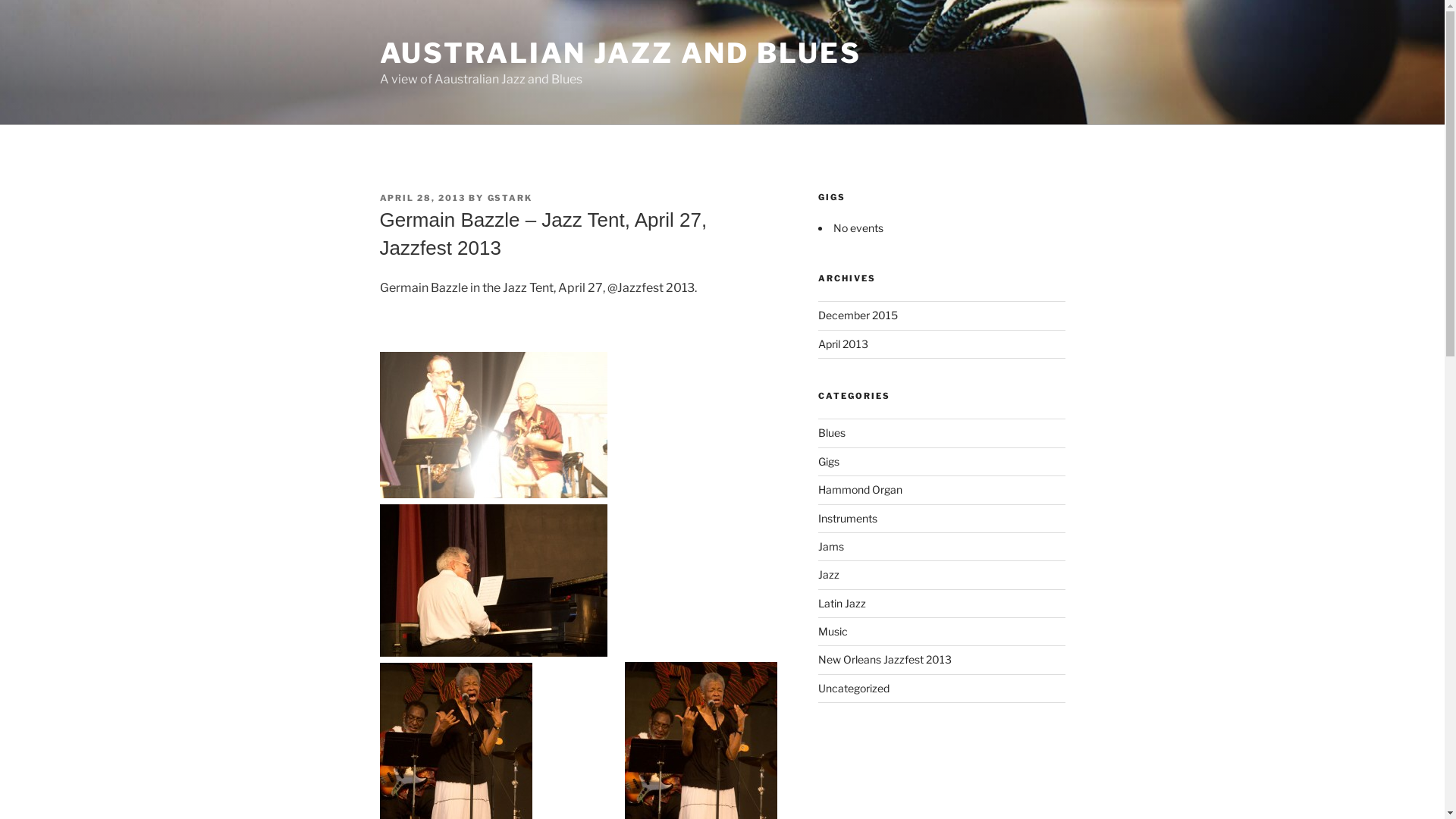 The height and width of the screenshot is (819, 1456). Describe the element at coordinates (847, 517) in the screenshot. I see `'Instruments'` at that location.